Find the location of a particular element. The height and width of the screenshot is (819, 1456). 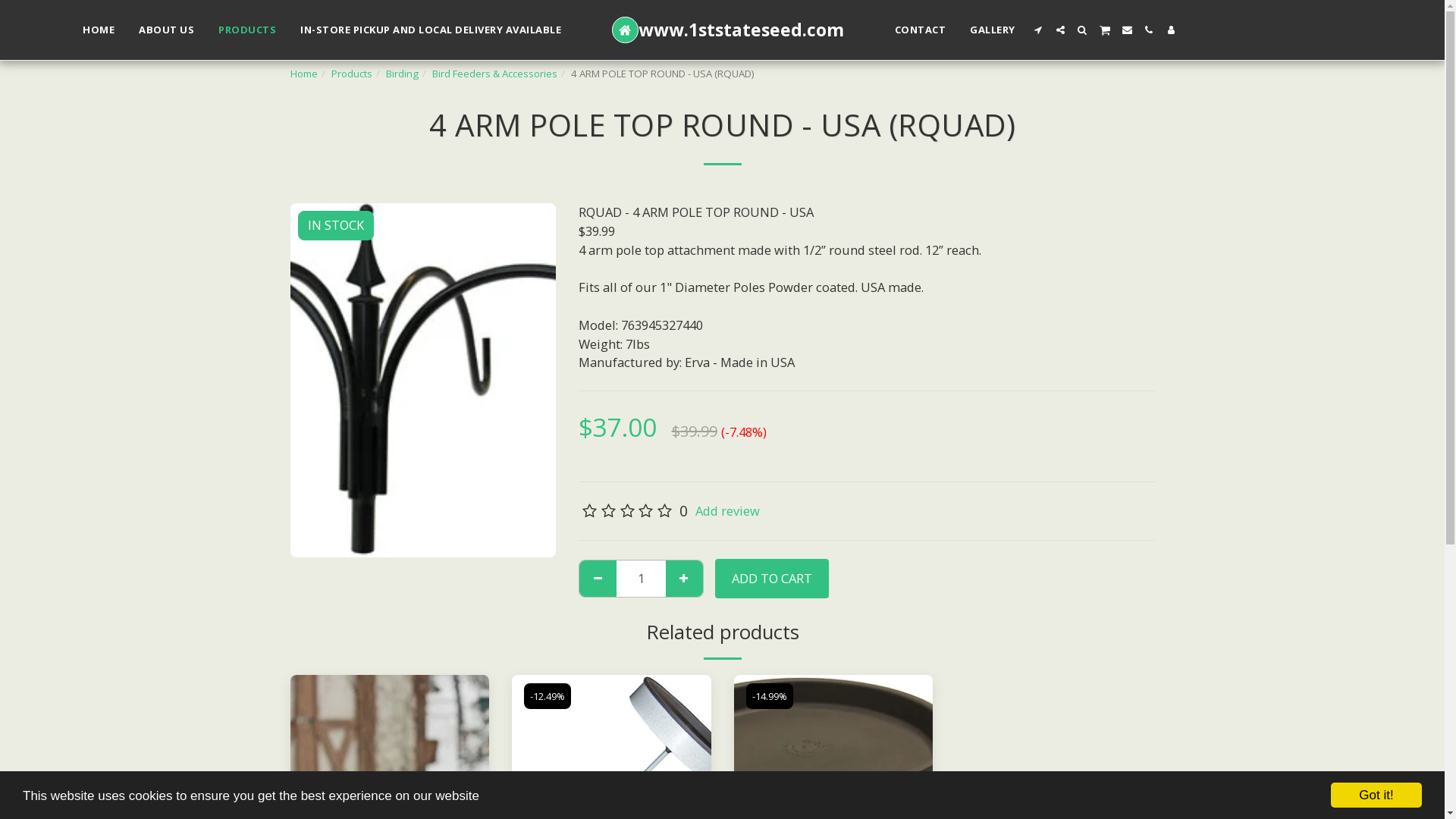

'Got it!' is located at coordinates (1376, 794).